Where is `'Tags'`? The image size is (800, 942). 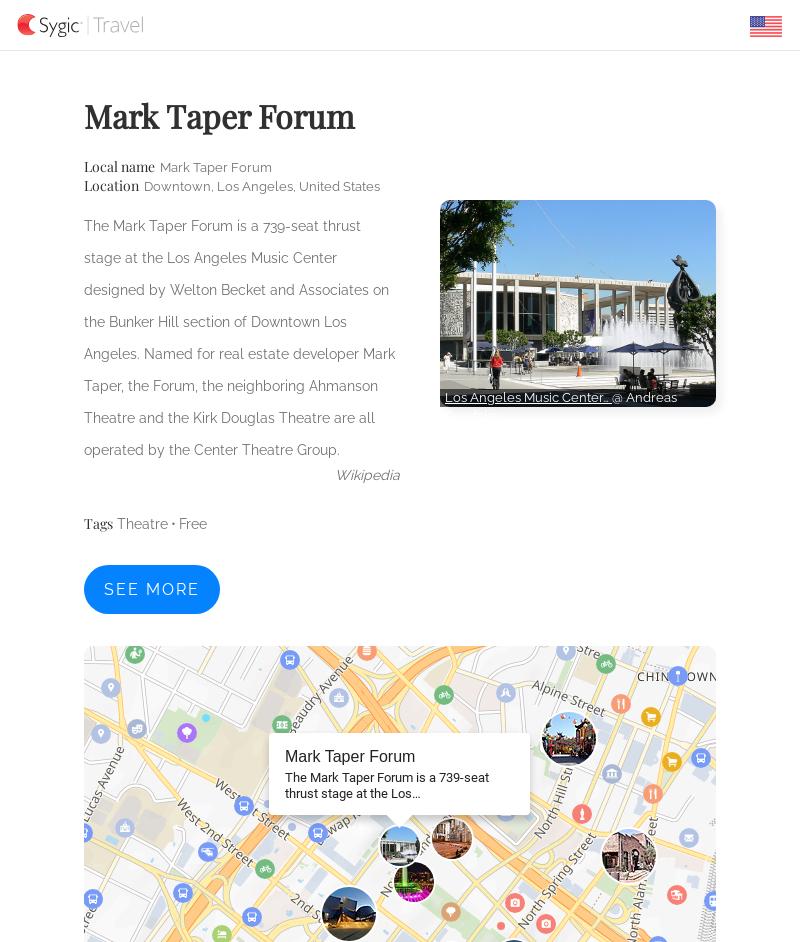
'Tags' is located at coordinates (98, 522).